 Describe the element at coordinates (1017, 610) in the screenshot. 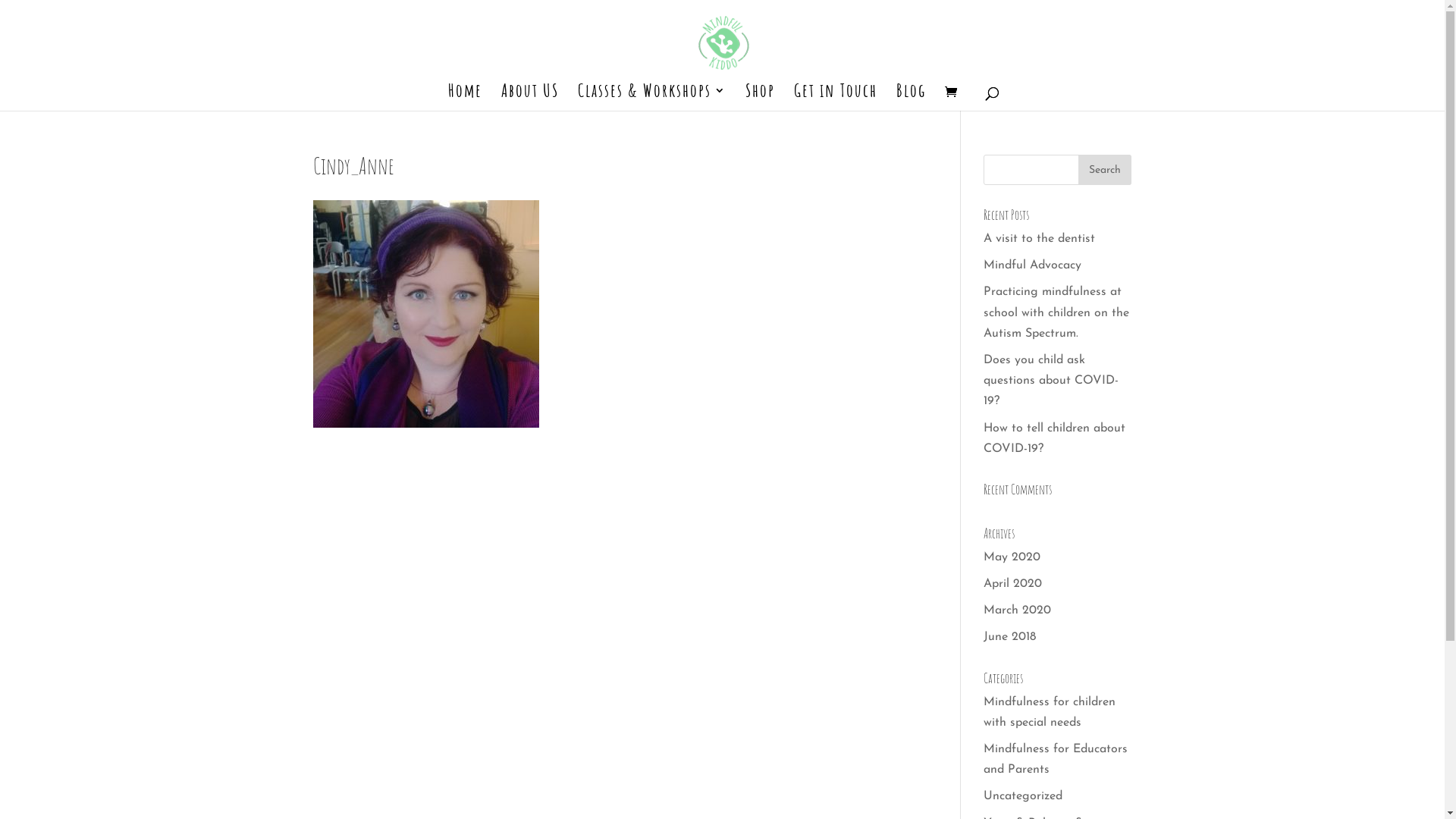

I see `'March 2020'` at that location.